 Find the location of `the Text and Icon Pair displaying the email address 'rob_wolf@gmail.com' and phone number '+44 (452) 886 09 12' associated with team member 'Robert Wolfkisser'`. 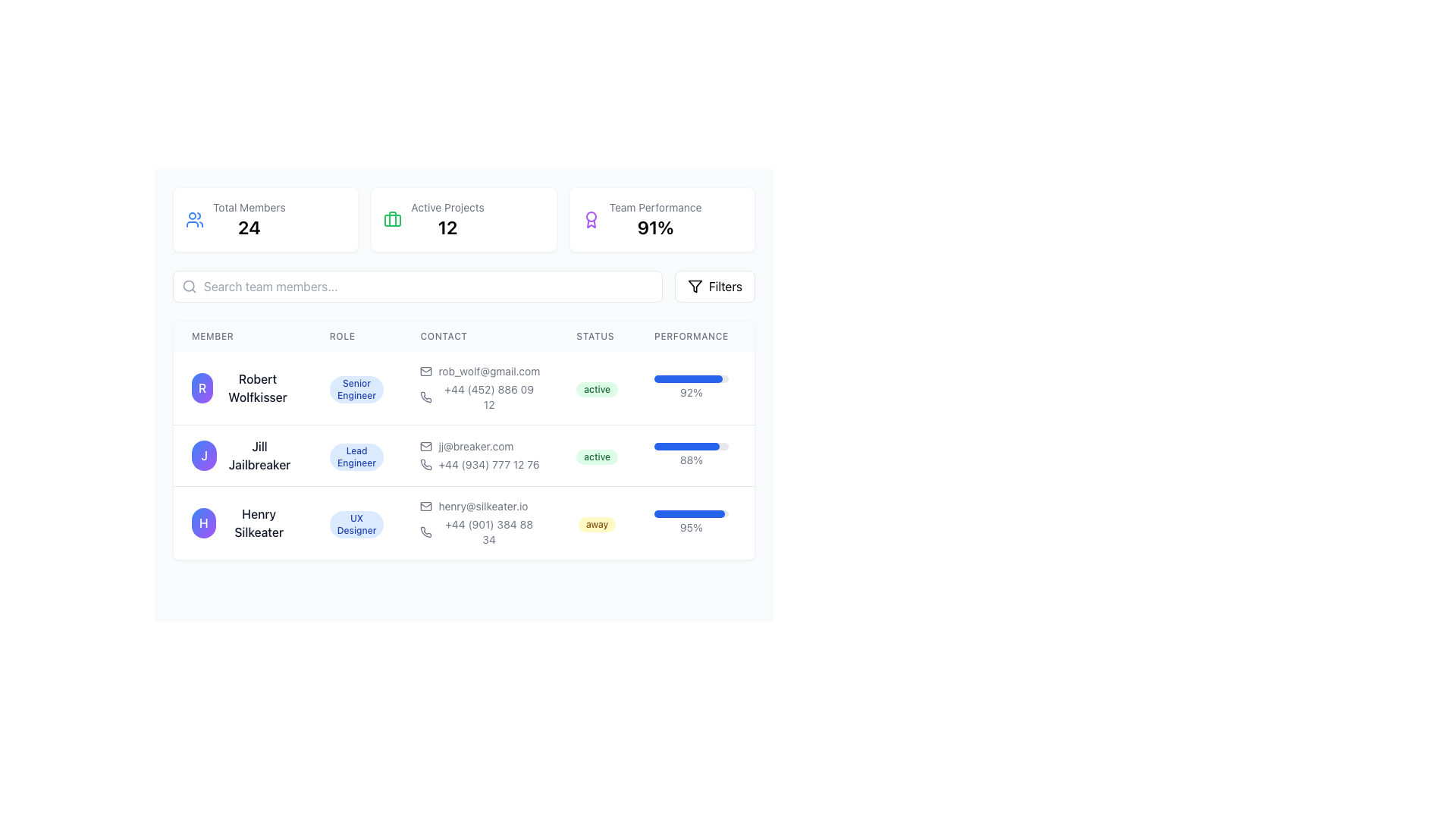

the Text and Icon Pair displaying the email address 'rob_wolf@gmail.com' and phone number '+44 (452) 886 09 12' associated with team member 'Robert Wolfkisser' is located at coordinates (479, 388).